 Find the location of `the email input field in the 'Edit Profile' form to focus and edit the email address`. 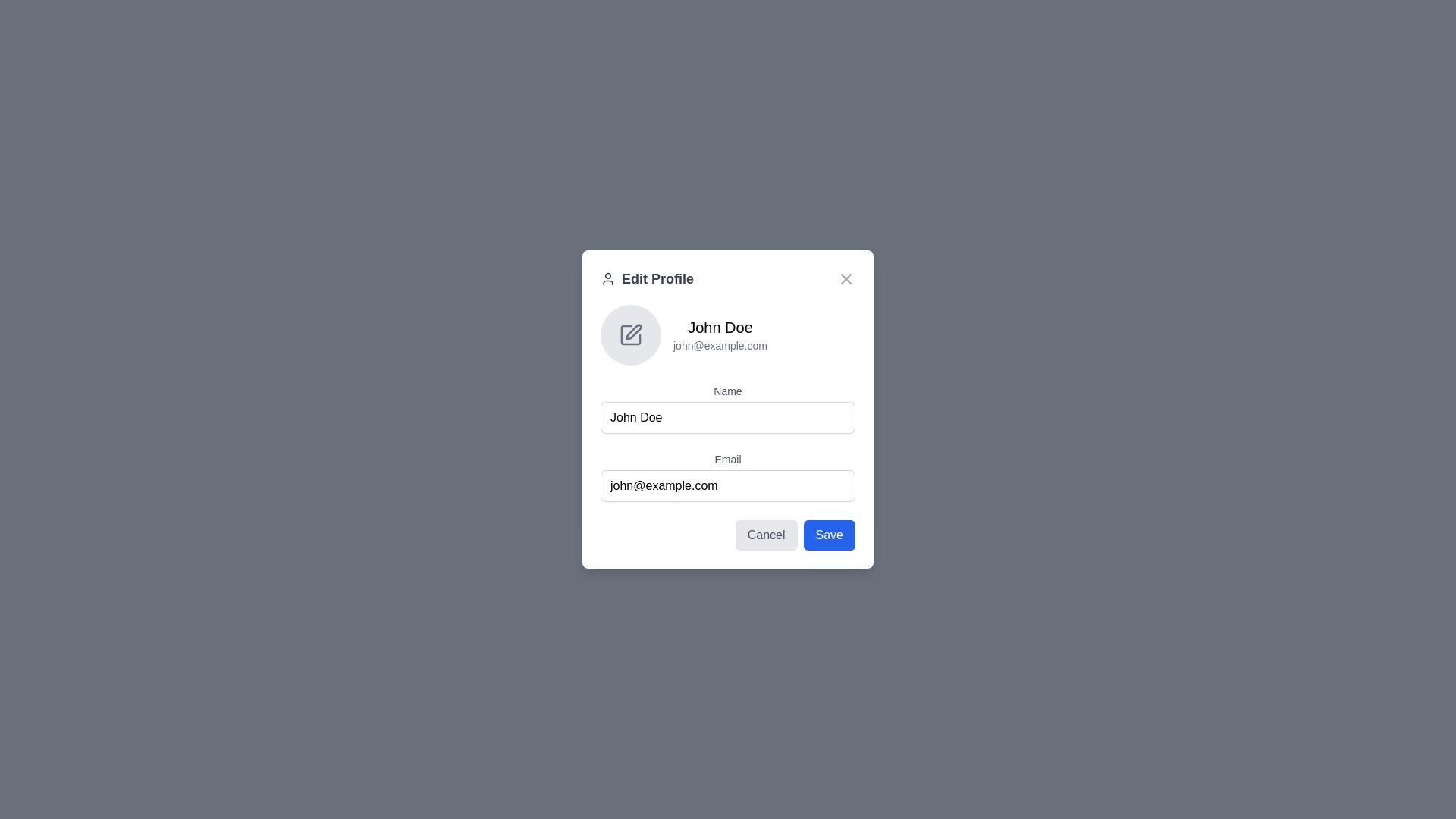

the email input field in the 'Edit Profile' form to focus and edit the email address is located at coordinates (728, 475).